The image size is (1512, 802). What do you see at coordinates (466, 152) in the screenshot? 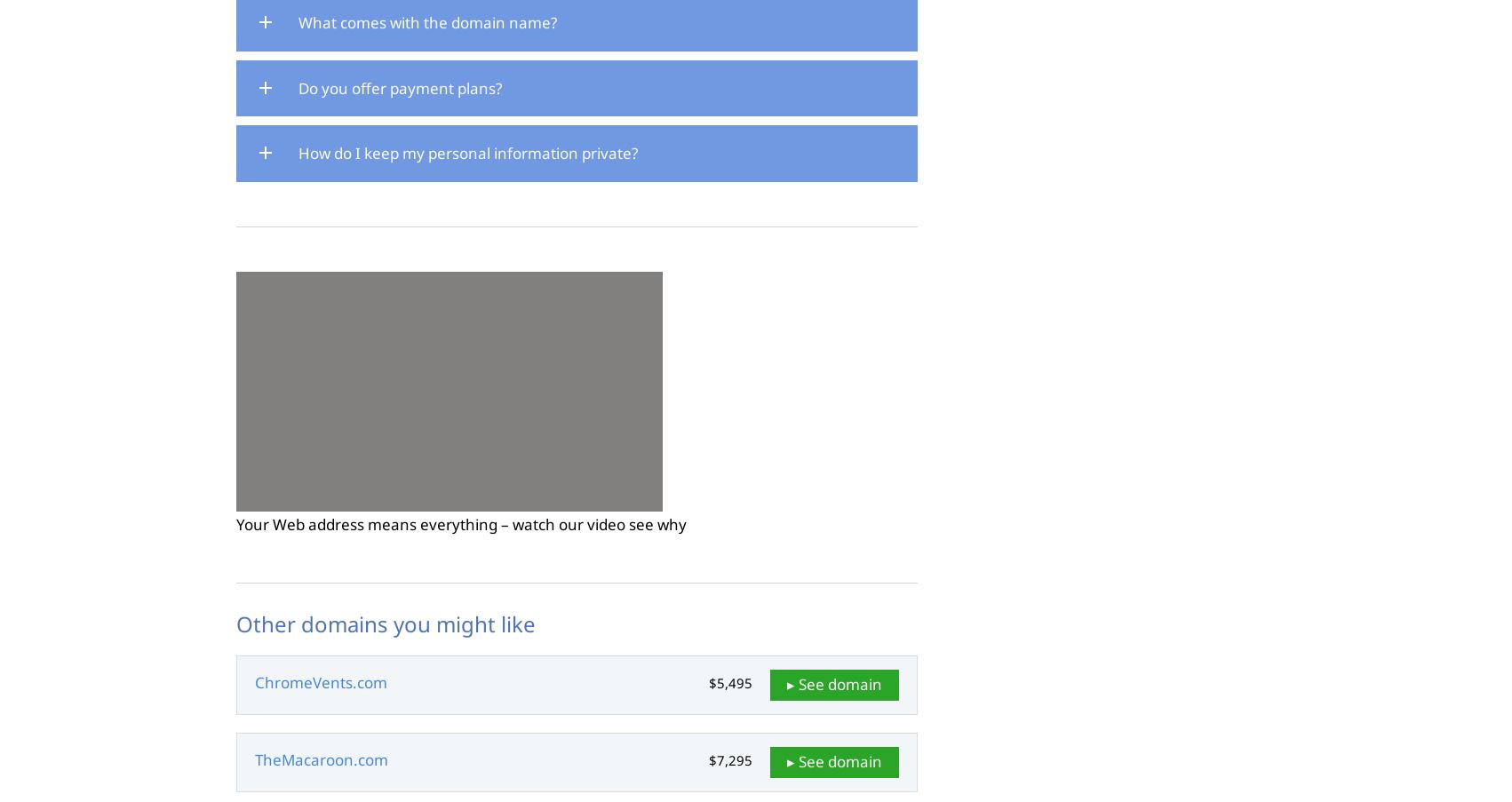
I see `'How do I keep my personal information private?'` at bounding box center [466, 152].